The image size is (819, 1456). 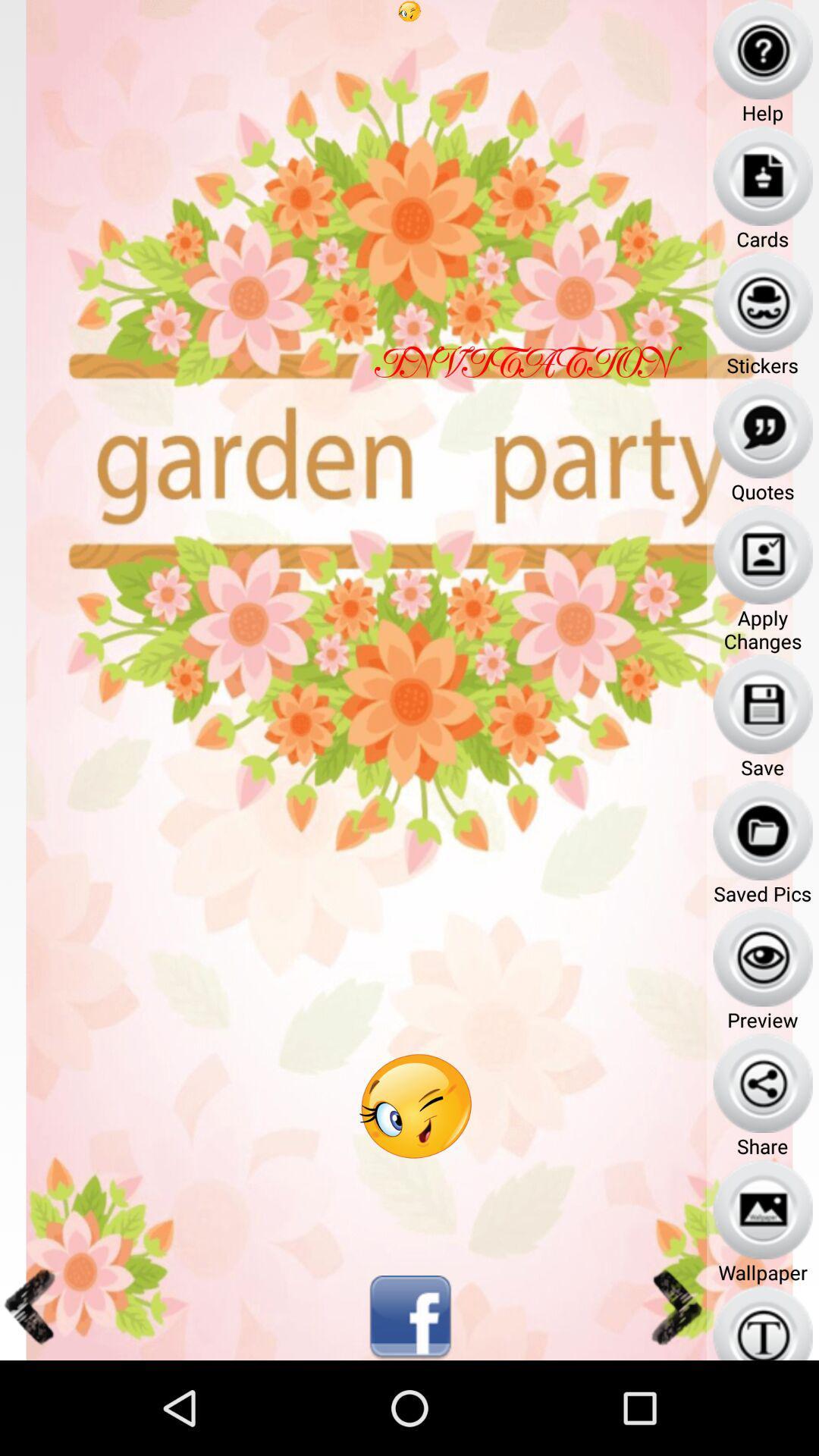 What do you see at coordinates (763, 1323) in the screenshot?
I see `the icon below wallpaper text` at bounding box center [763, 1323].